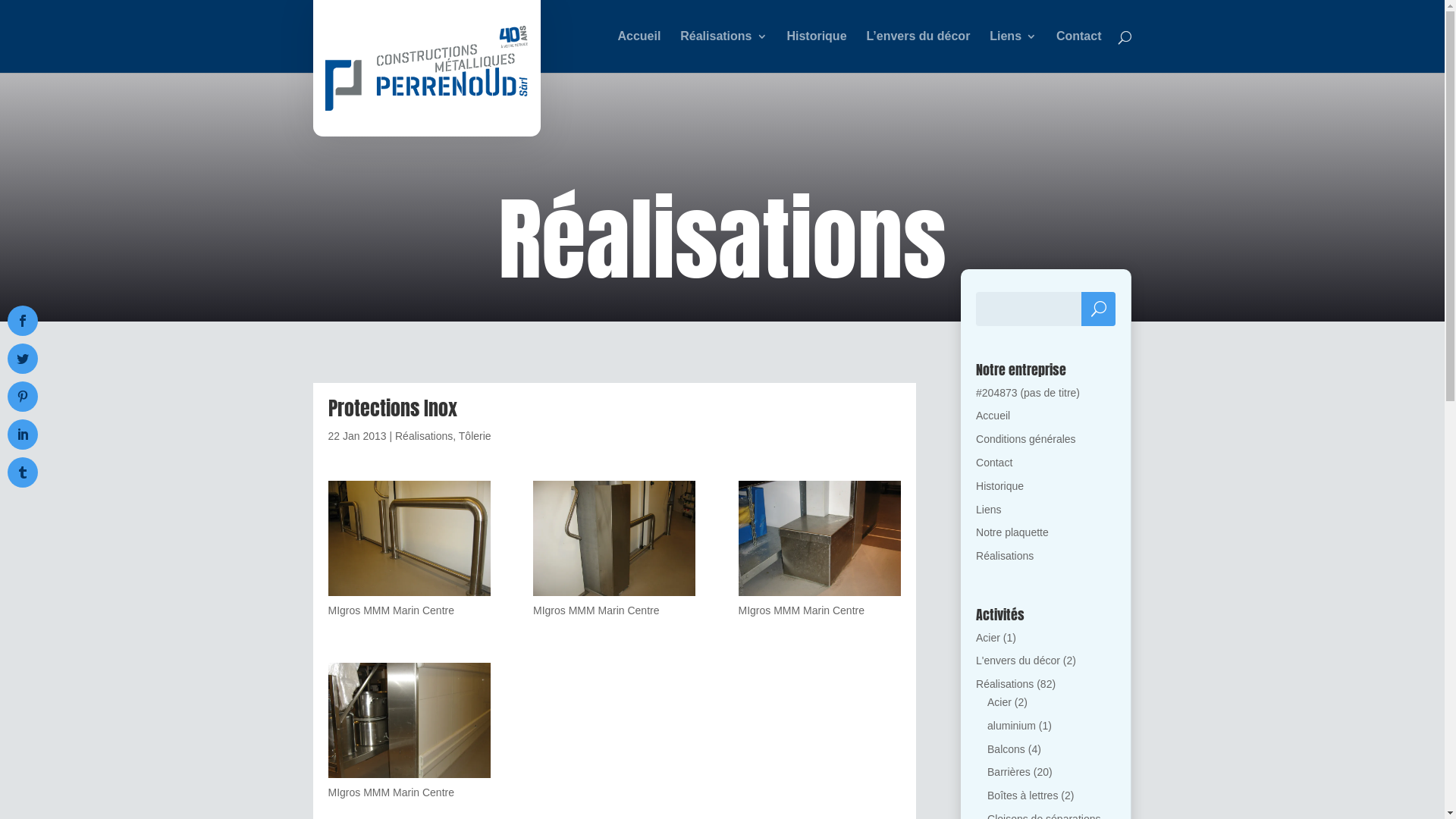  I want to click on 'Historique', so click(999, 485).